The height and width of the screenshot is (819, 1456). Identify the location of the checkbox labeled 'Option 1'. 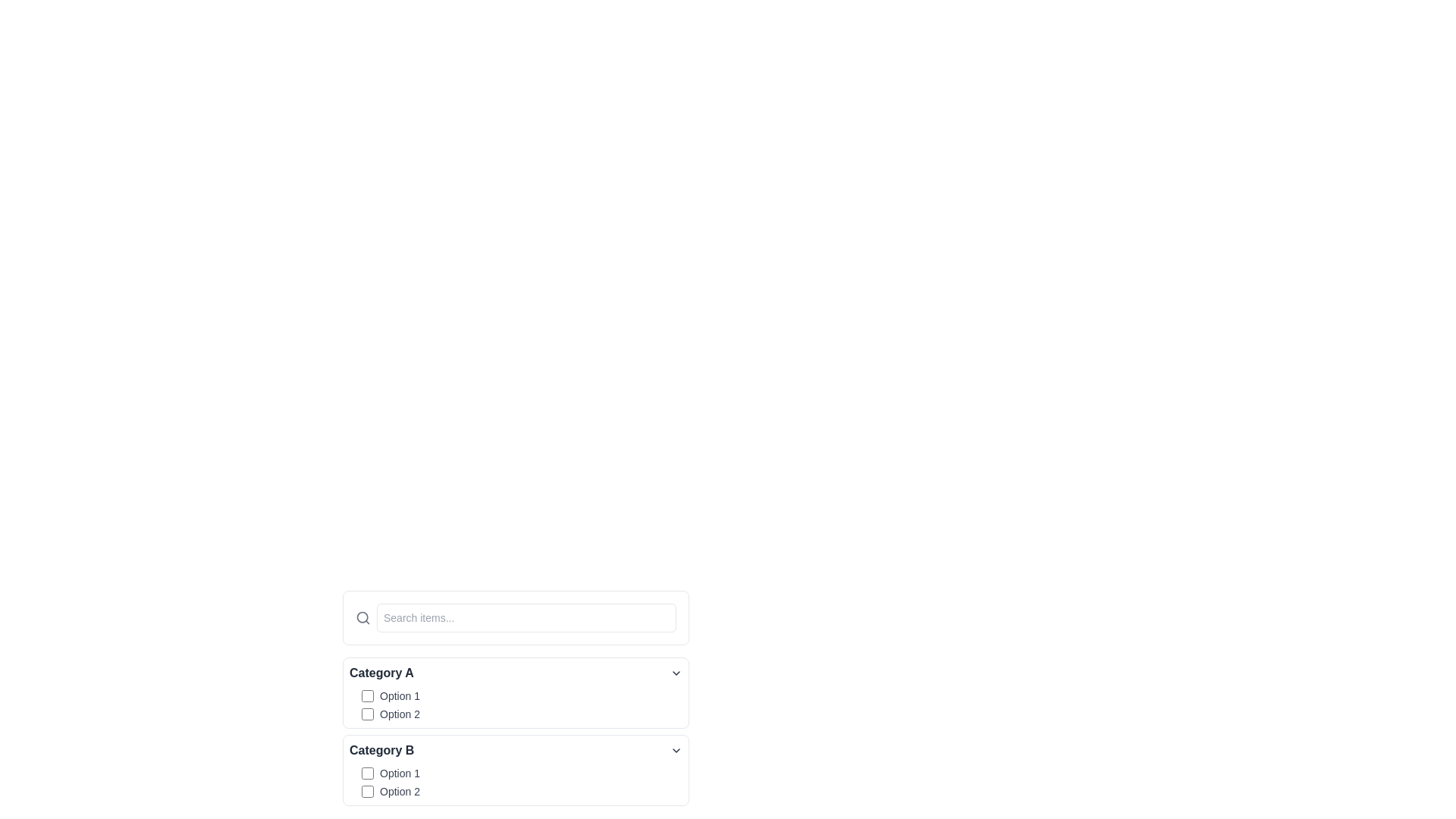
(522, 696).